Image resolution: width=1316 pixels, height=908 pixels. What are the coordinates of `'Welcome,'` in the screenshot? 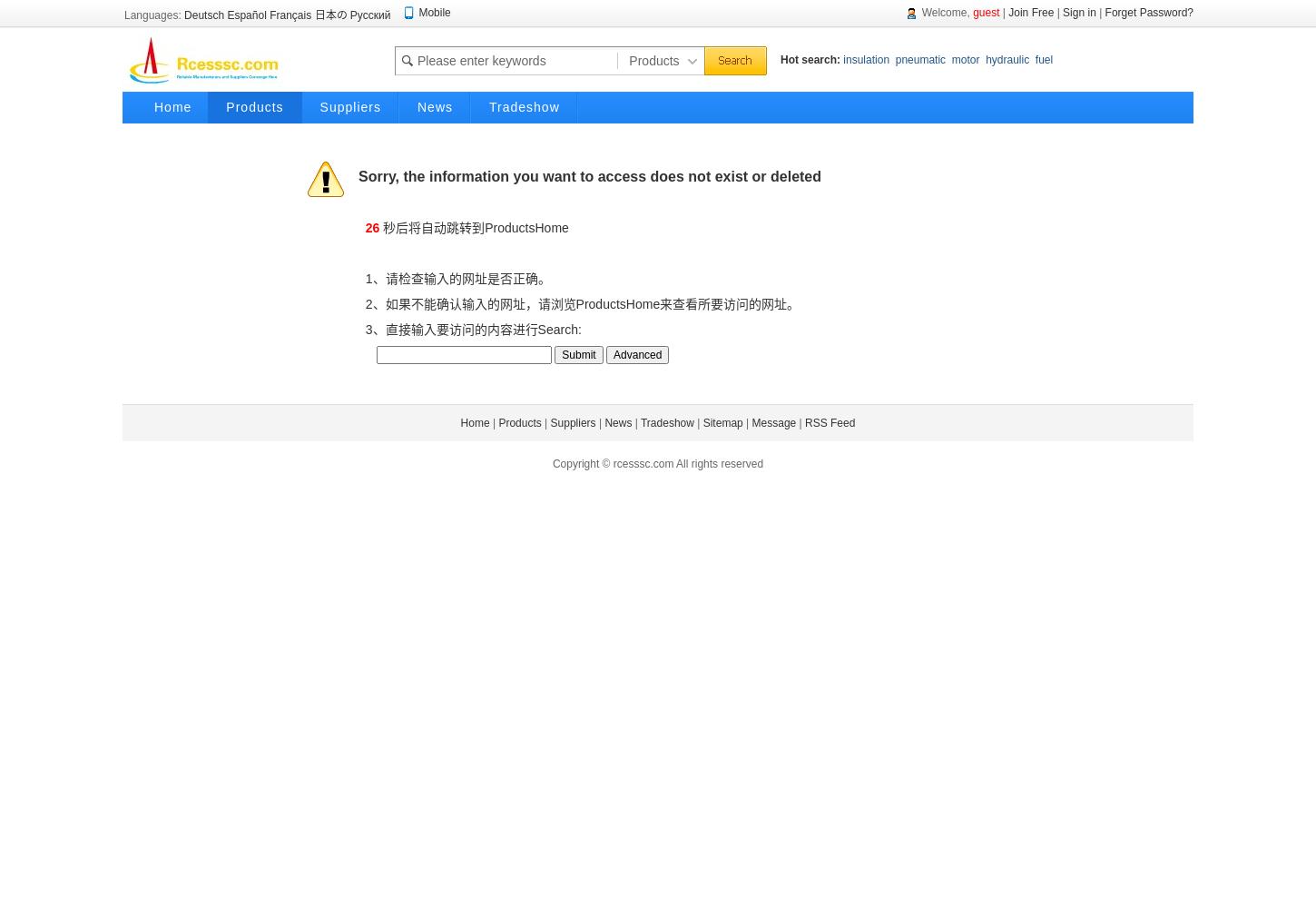 It's located at (915, 13).